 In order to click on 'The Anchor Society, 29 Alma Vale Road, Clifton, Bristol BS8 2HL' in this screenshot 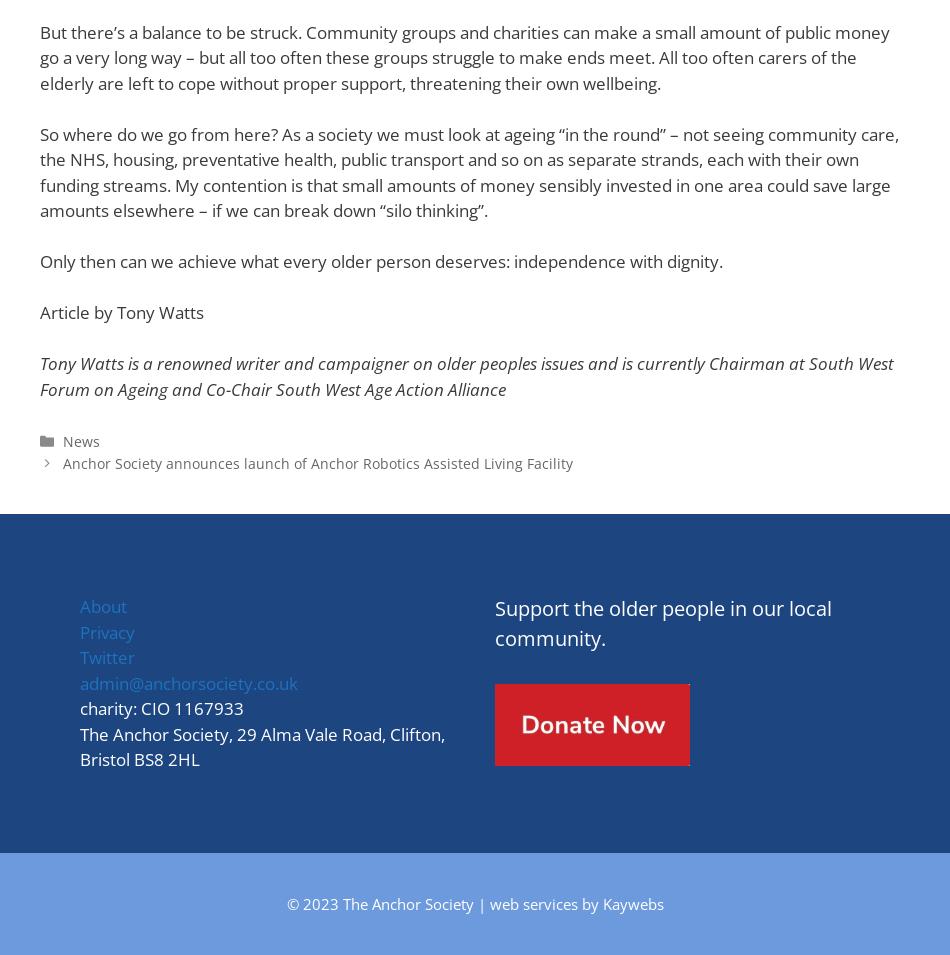, I will do `click(261, 745)`.